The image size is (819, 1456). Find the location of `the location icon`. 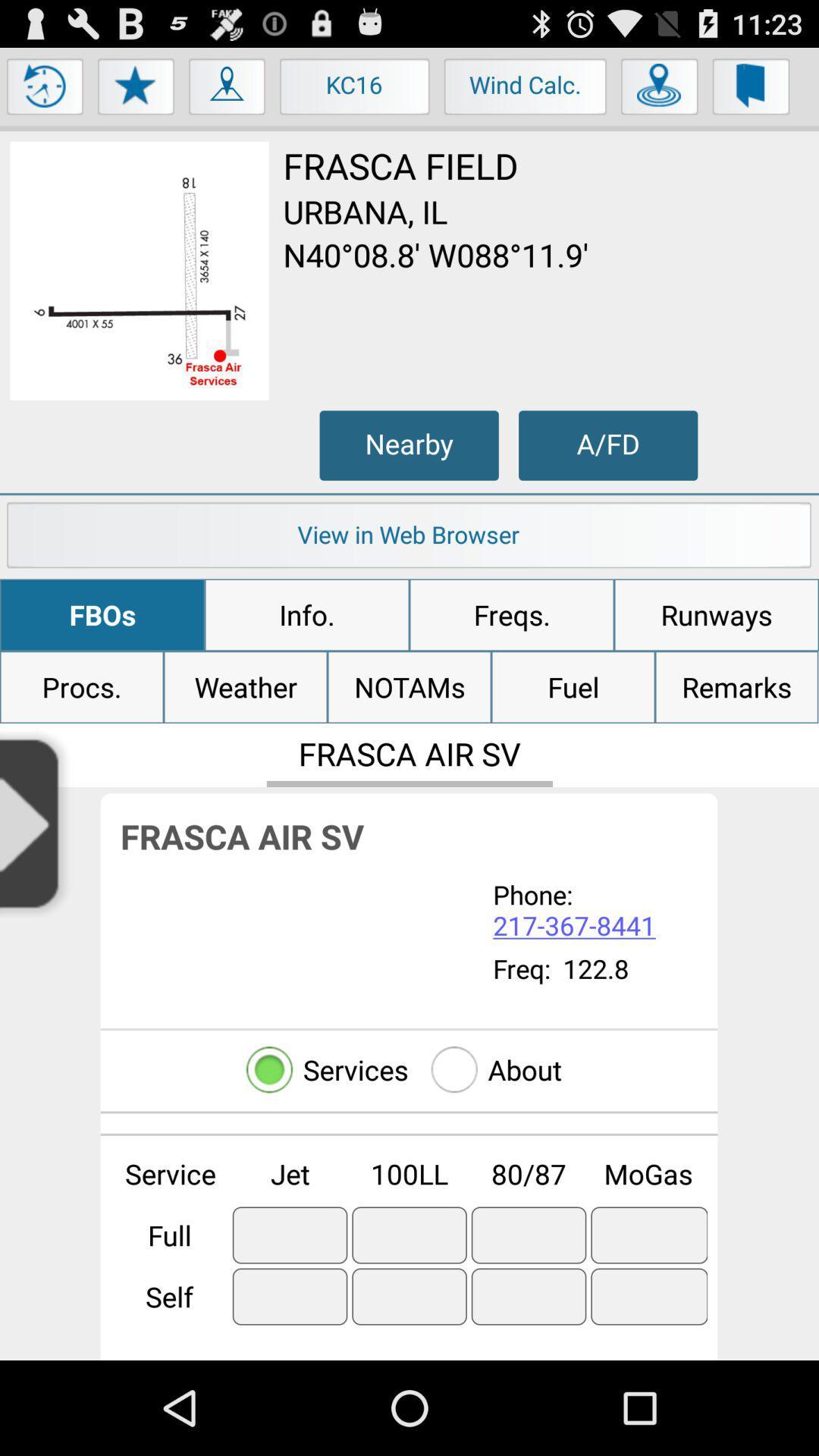

the location icon is located at coordinates (227, 96).